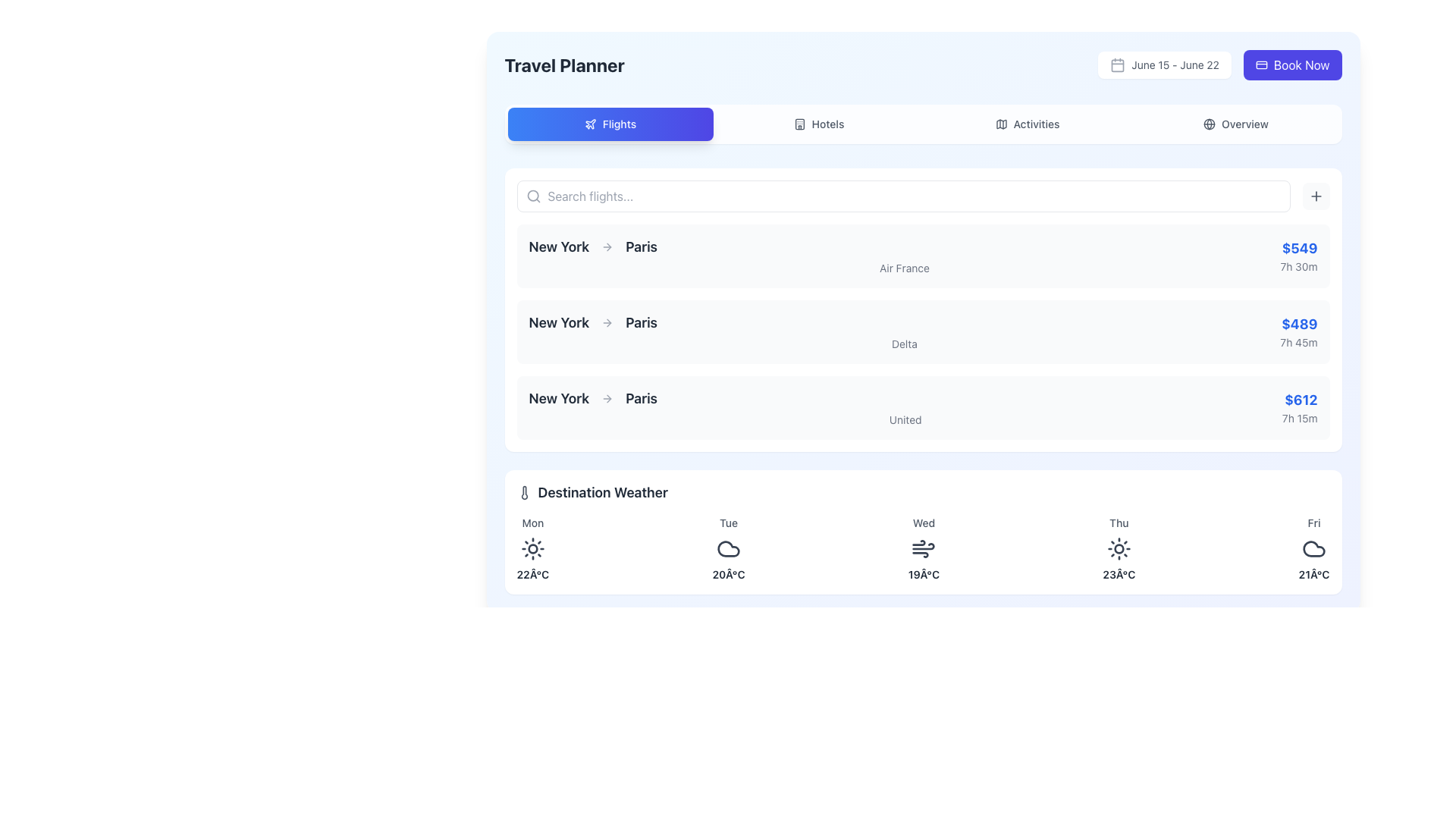 This screenshot has height=819, width=1456. I want to click on the pricing and duration text element displaying '$549' and '7h 30m' in the topmost flight listing item, aligned to the right side, so click(1298, 256).